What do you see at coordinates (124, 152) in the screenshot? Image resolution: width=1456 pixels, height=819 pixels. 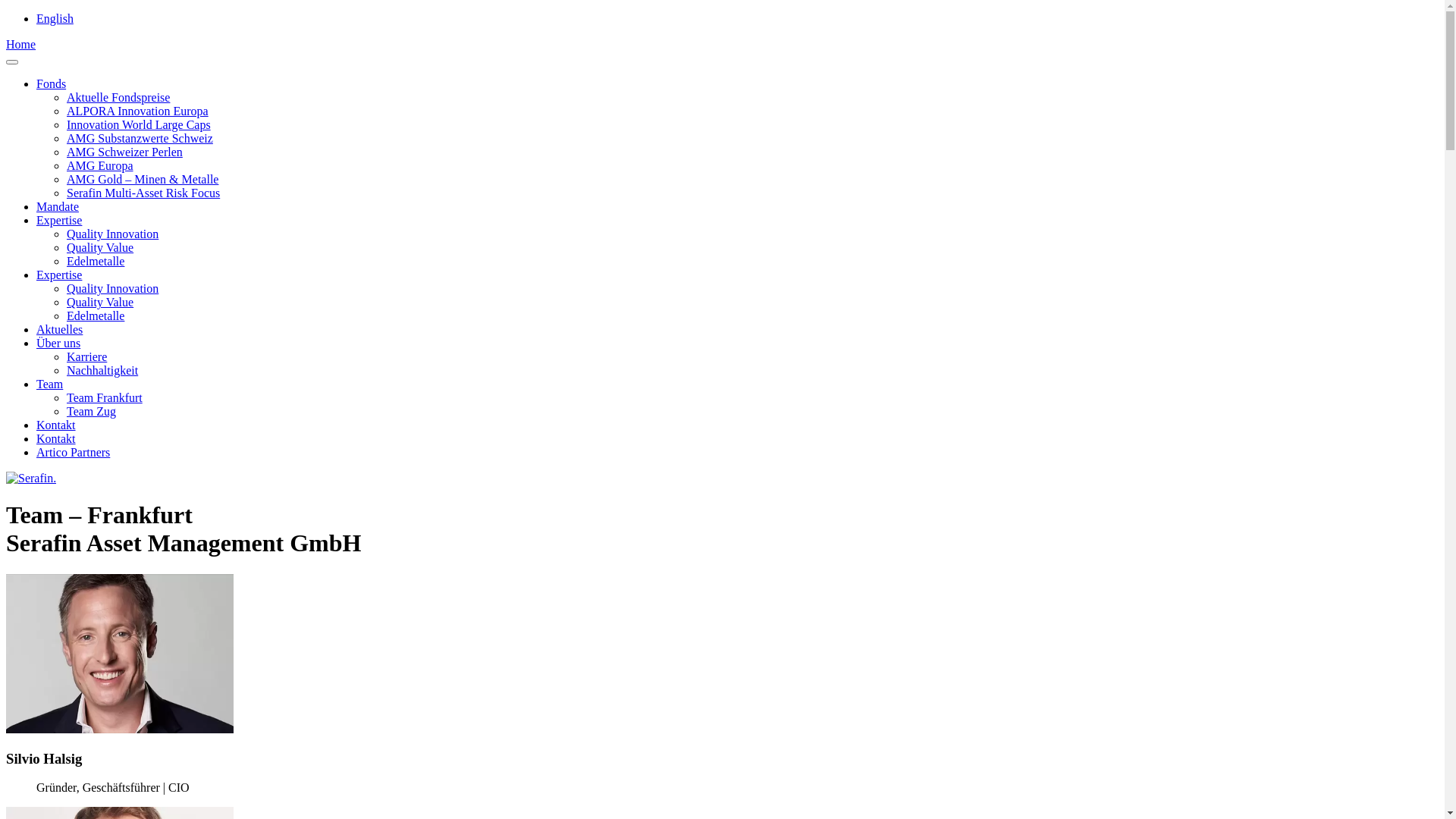 I see `'AMG Schweizer Perlen'` at bounding box center [124, 152].